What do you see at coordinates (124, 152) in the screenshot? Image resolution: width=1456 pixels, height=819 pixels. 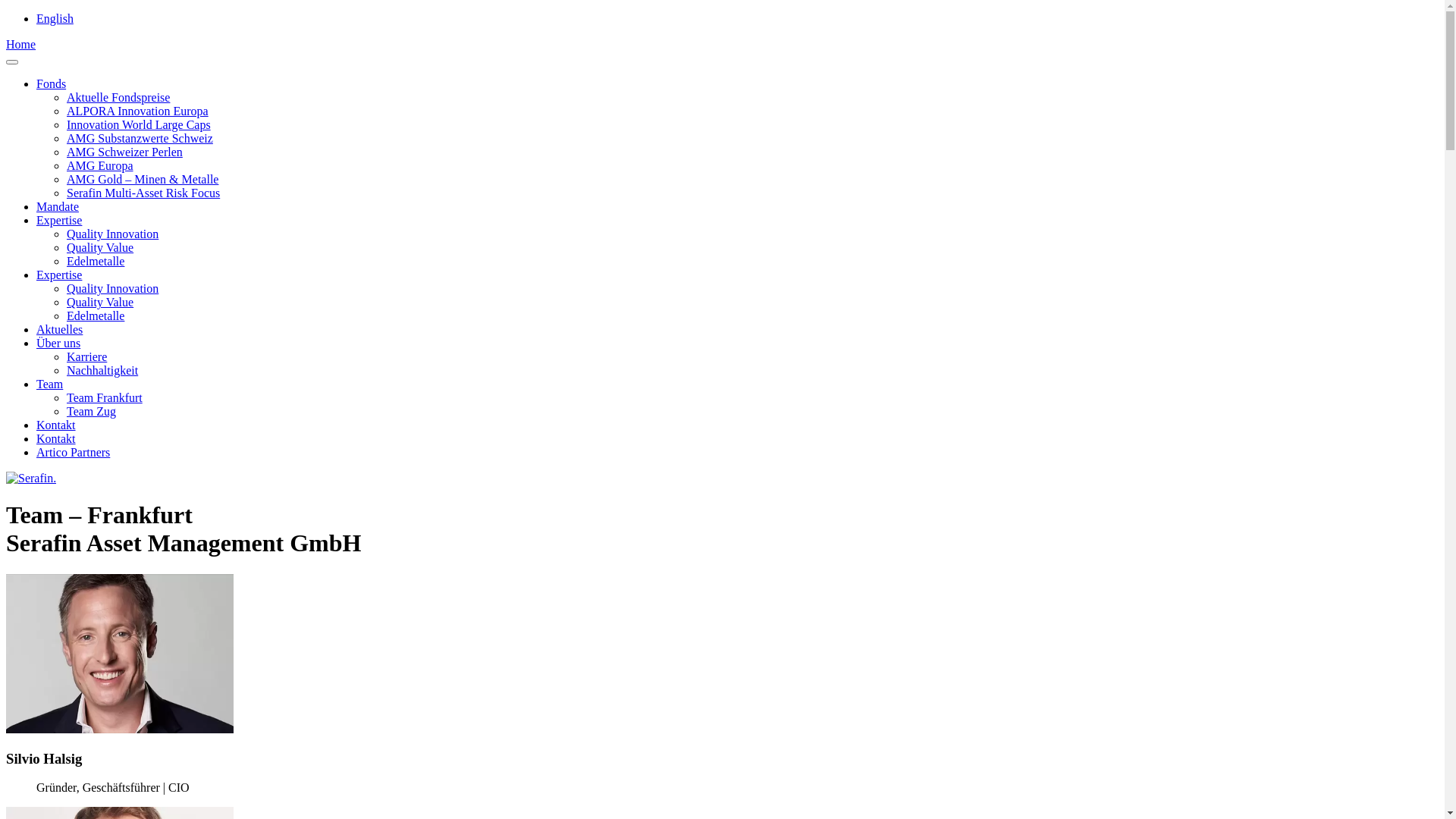 I see `'AMG Schweizer Perlen'` at bounding box center [124, 152].